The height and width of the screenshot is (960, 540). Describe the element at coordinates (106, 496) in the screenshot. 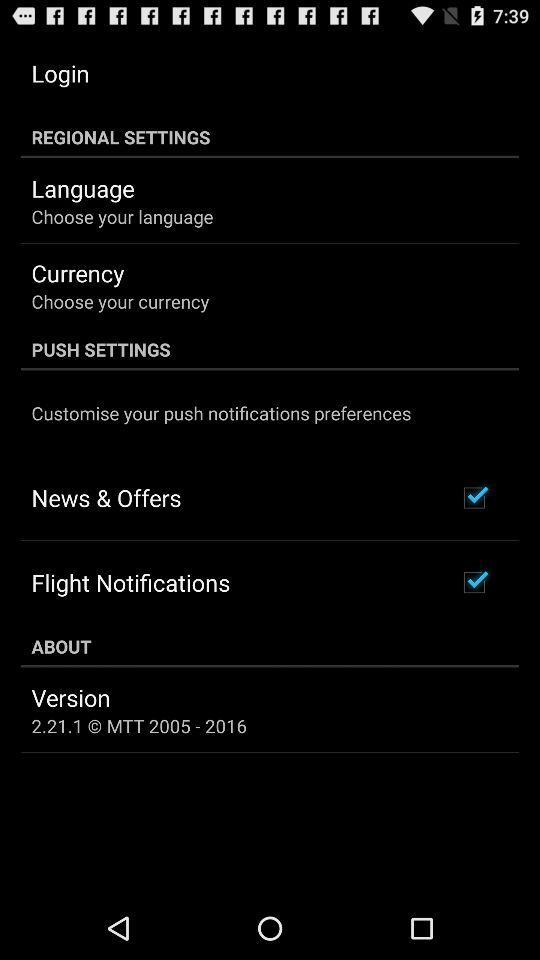

I see `news & offers` at that location.